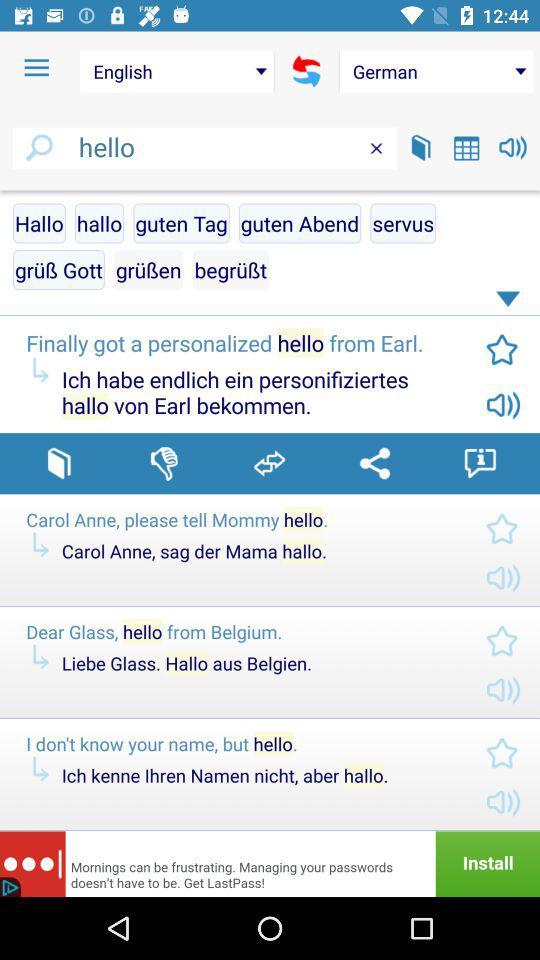 This screenshot has width=540, height=960. Describe the element at coordinates (513, 146) in the screenshot. I see `speak the word` at that location.